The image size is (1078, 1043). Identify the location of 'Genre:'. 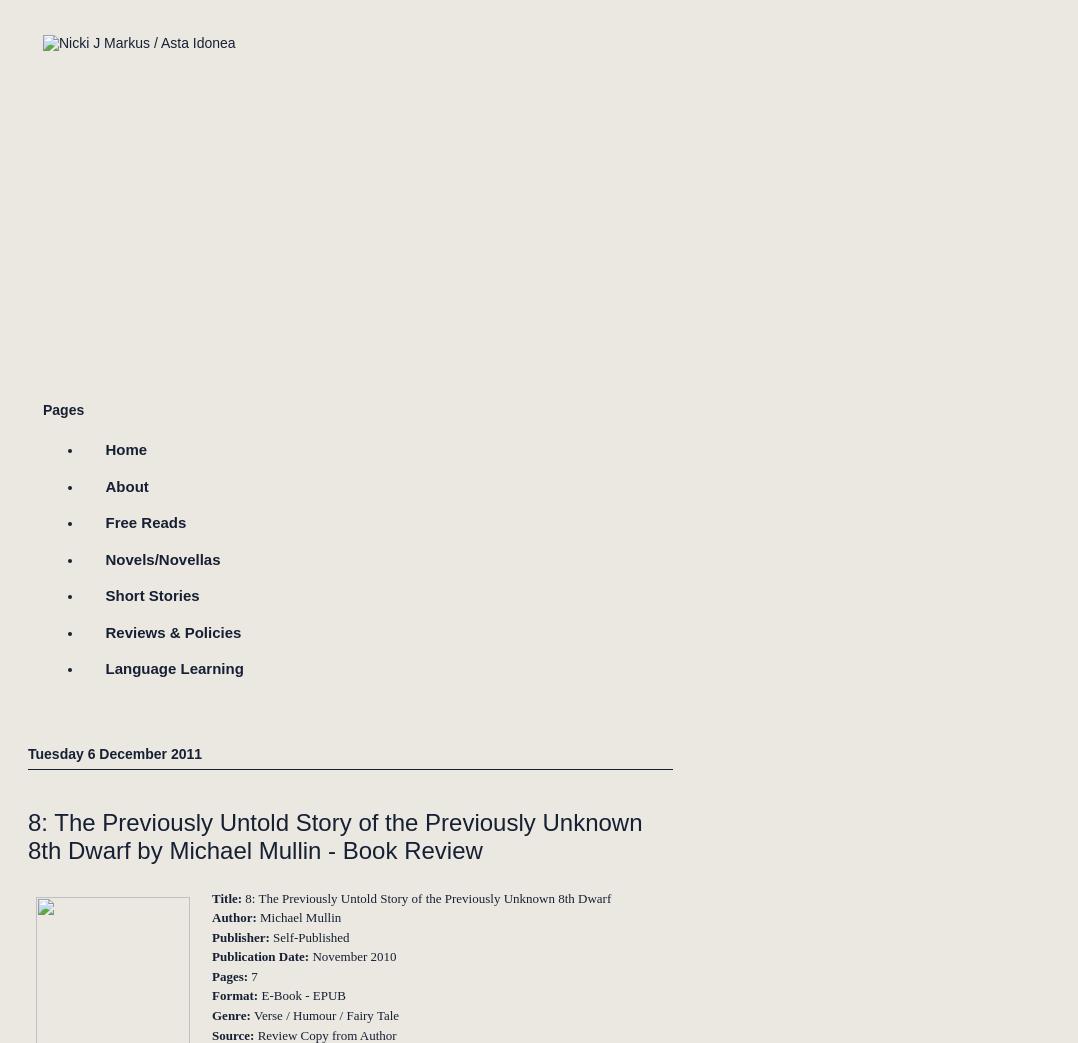
(231, 1015).